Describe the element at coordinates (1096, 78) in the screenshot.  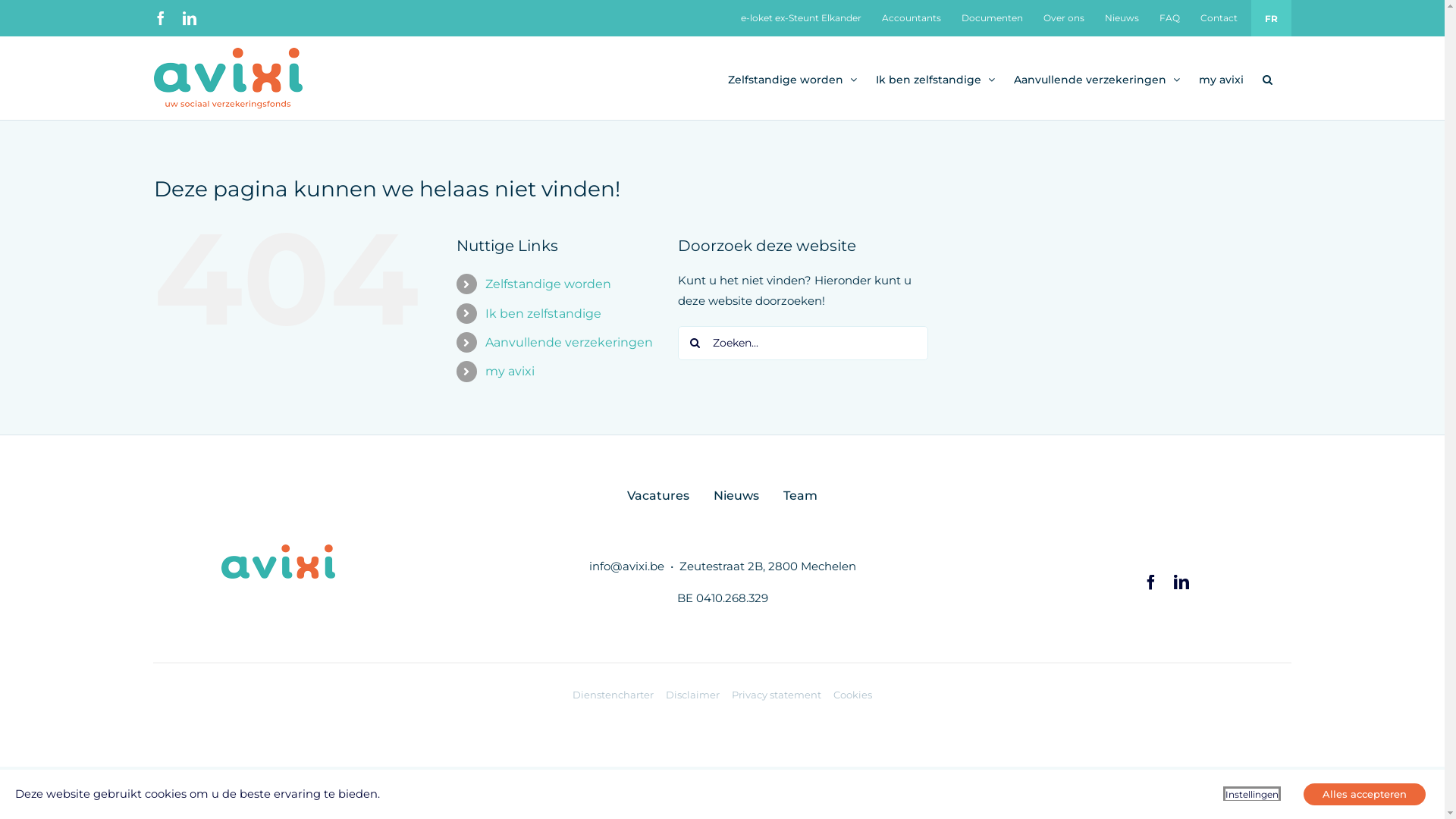
I see `'Aanvullende verzekeringen'` at that location.